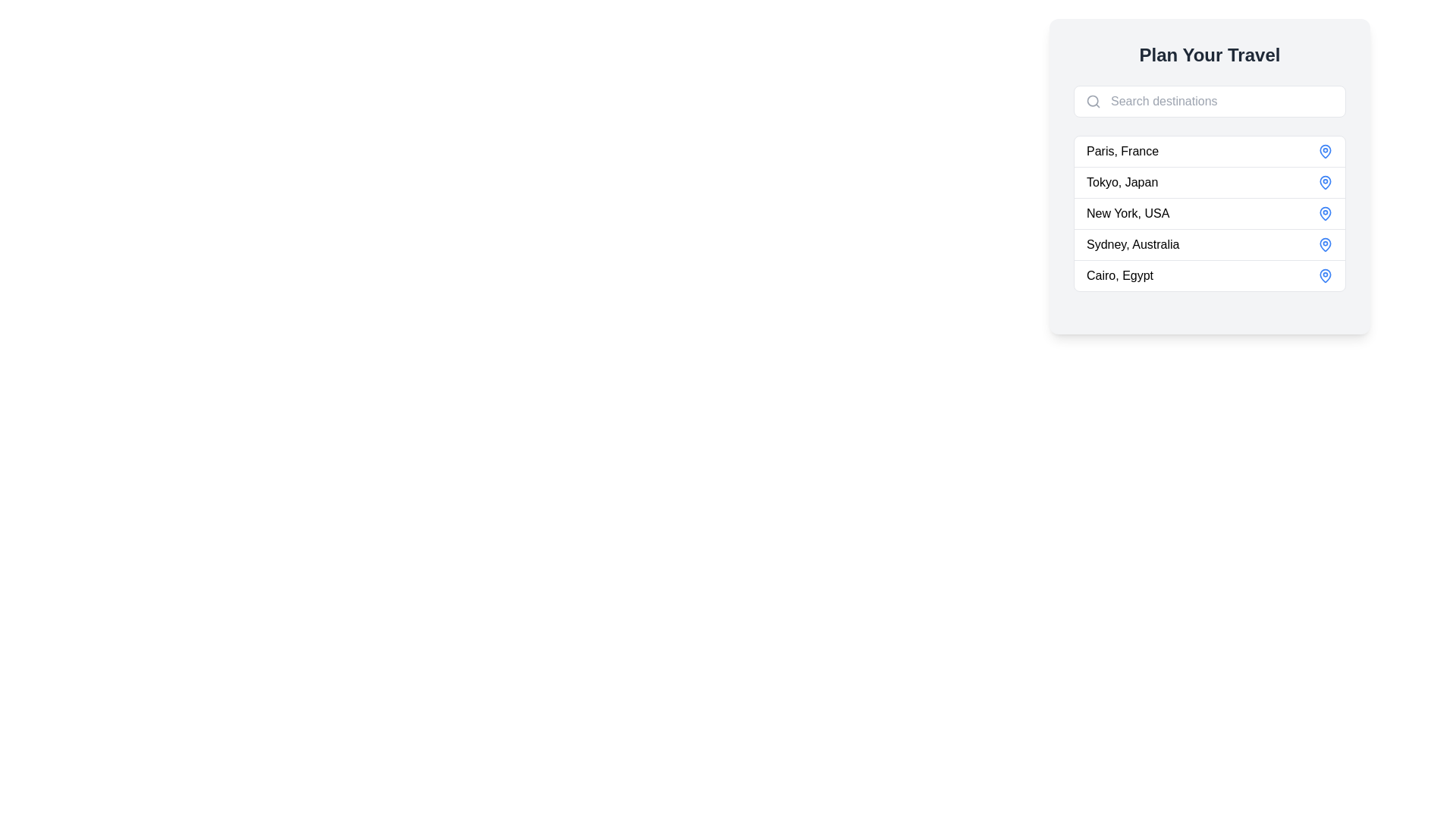  Describe the element at coordinates (1324, 152) in the screenshot. I see `the blue map pin icon with a hollow interior associated with the 'Paris, France' entry in the list` at that location.